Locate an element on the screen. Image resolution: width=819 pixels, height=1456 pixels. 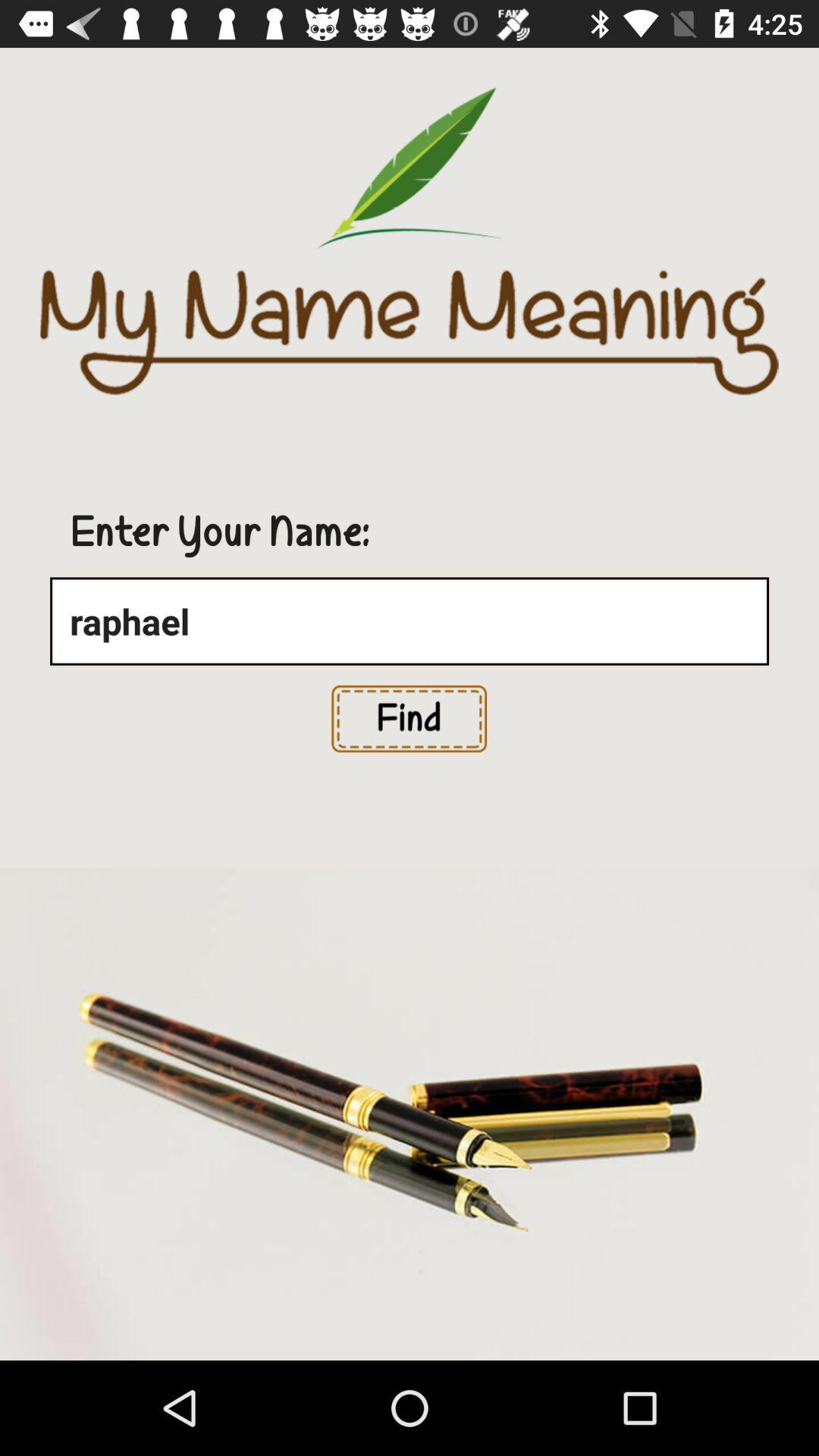
the email icon is located at coordinates (408, 718).